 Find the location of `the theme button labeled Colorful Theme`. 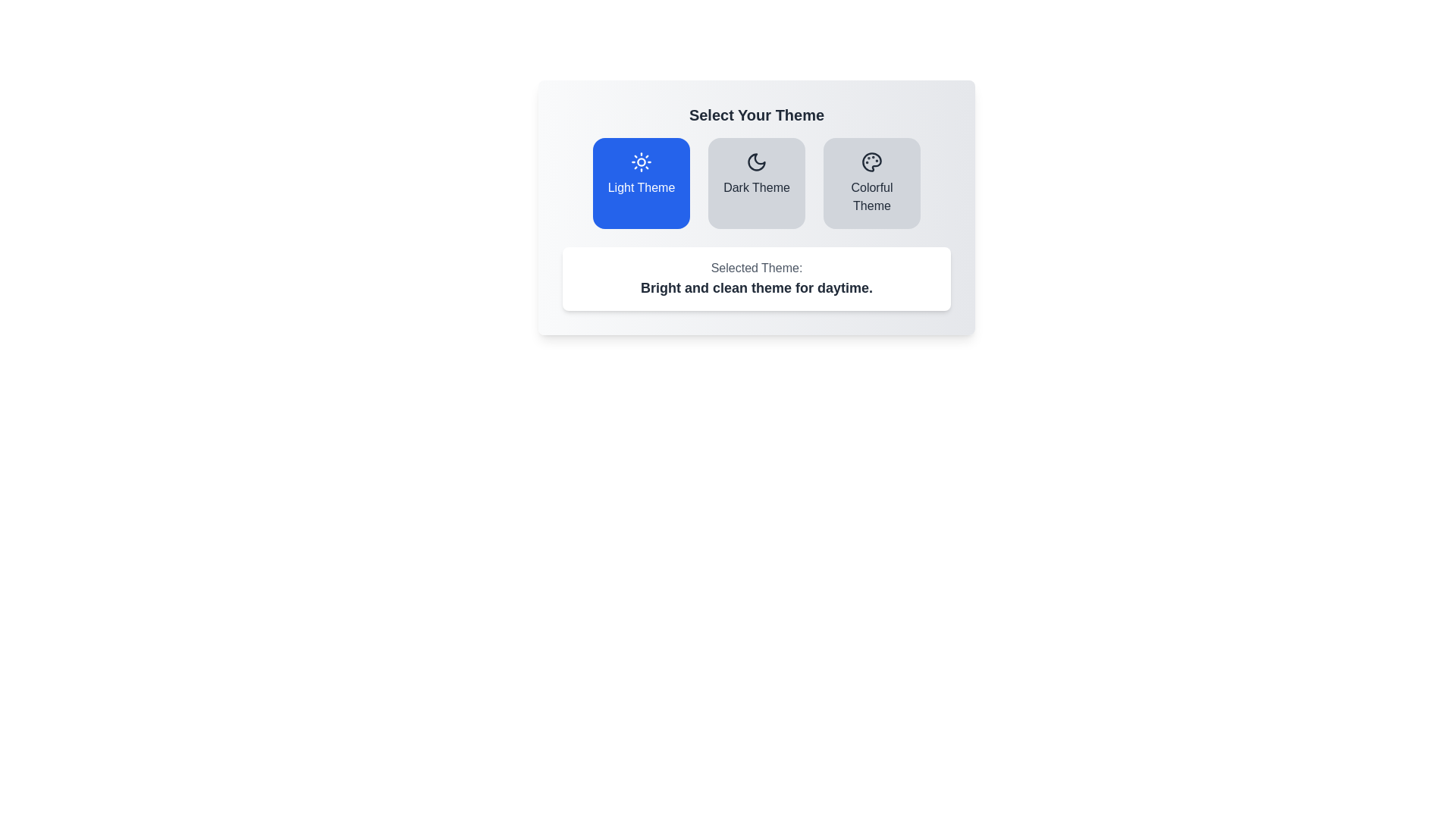

the theme button labeled Colorful Theme is located at coordinates (872, 183).